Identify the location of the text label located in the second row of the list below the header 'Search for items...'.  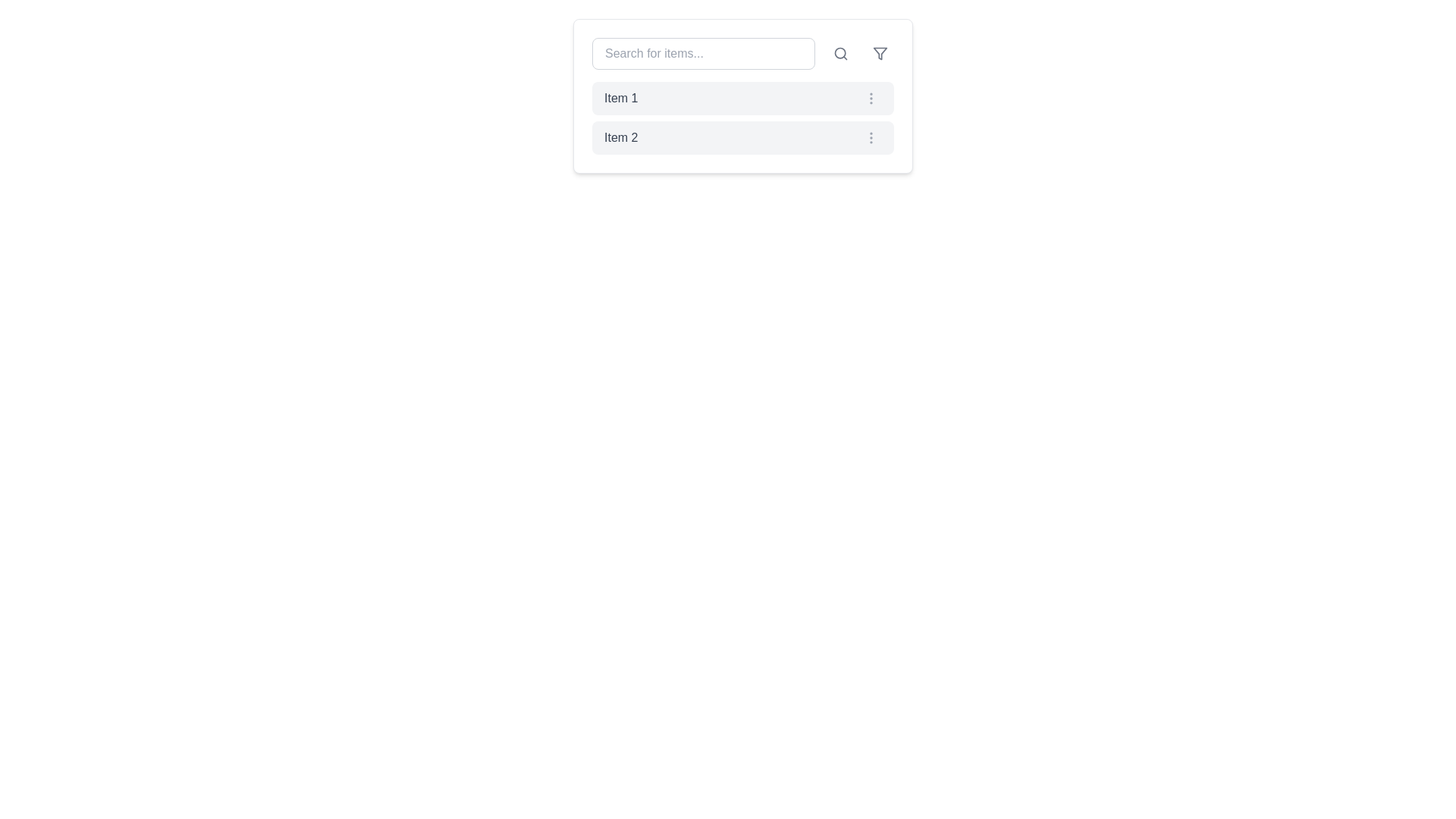
(621, 137).